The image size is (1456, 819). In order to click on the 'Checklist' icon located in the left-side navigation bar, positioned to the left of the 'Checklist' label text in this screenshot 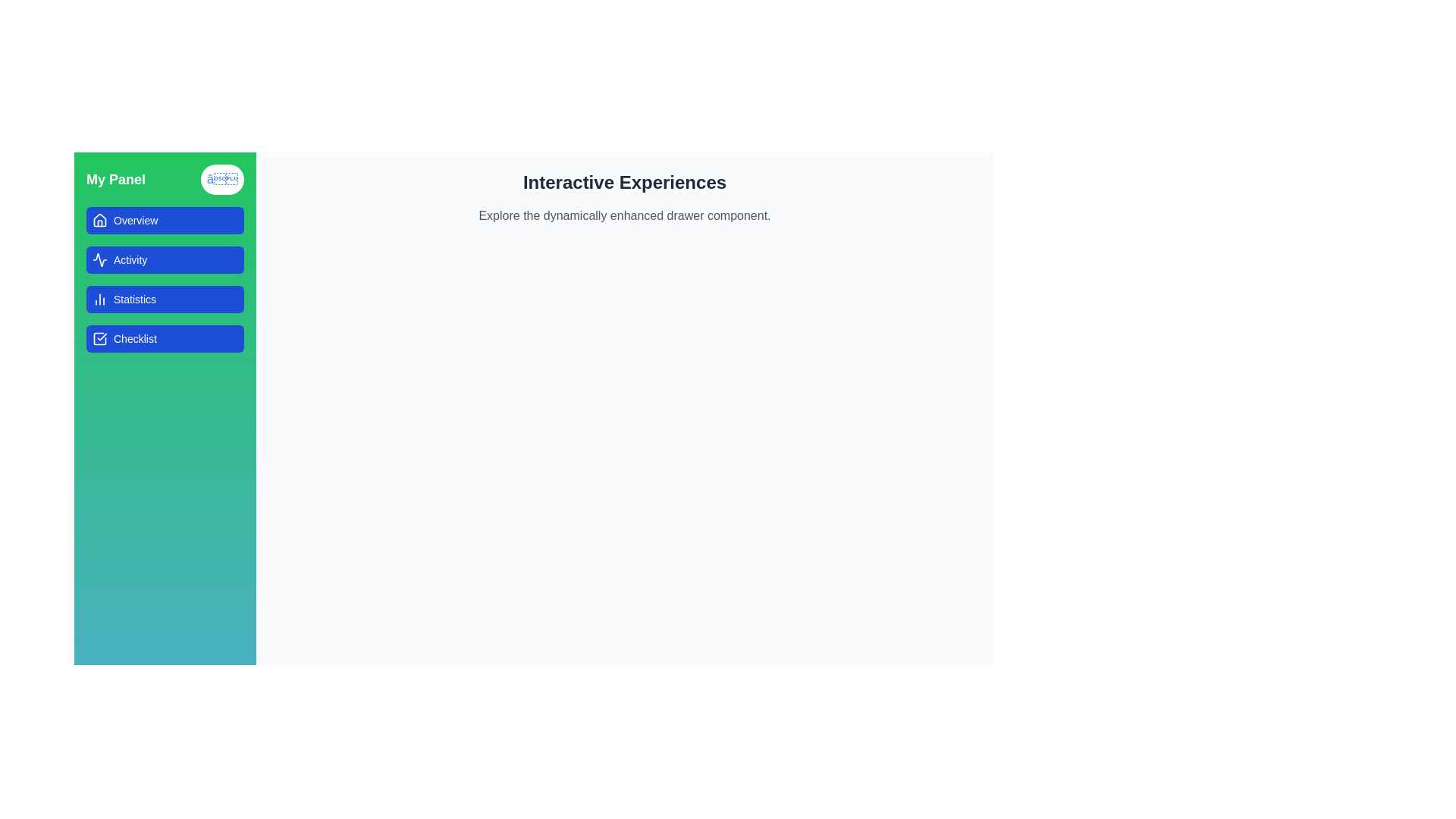, I will do `click(99, 338)`.